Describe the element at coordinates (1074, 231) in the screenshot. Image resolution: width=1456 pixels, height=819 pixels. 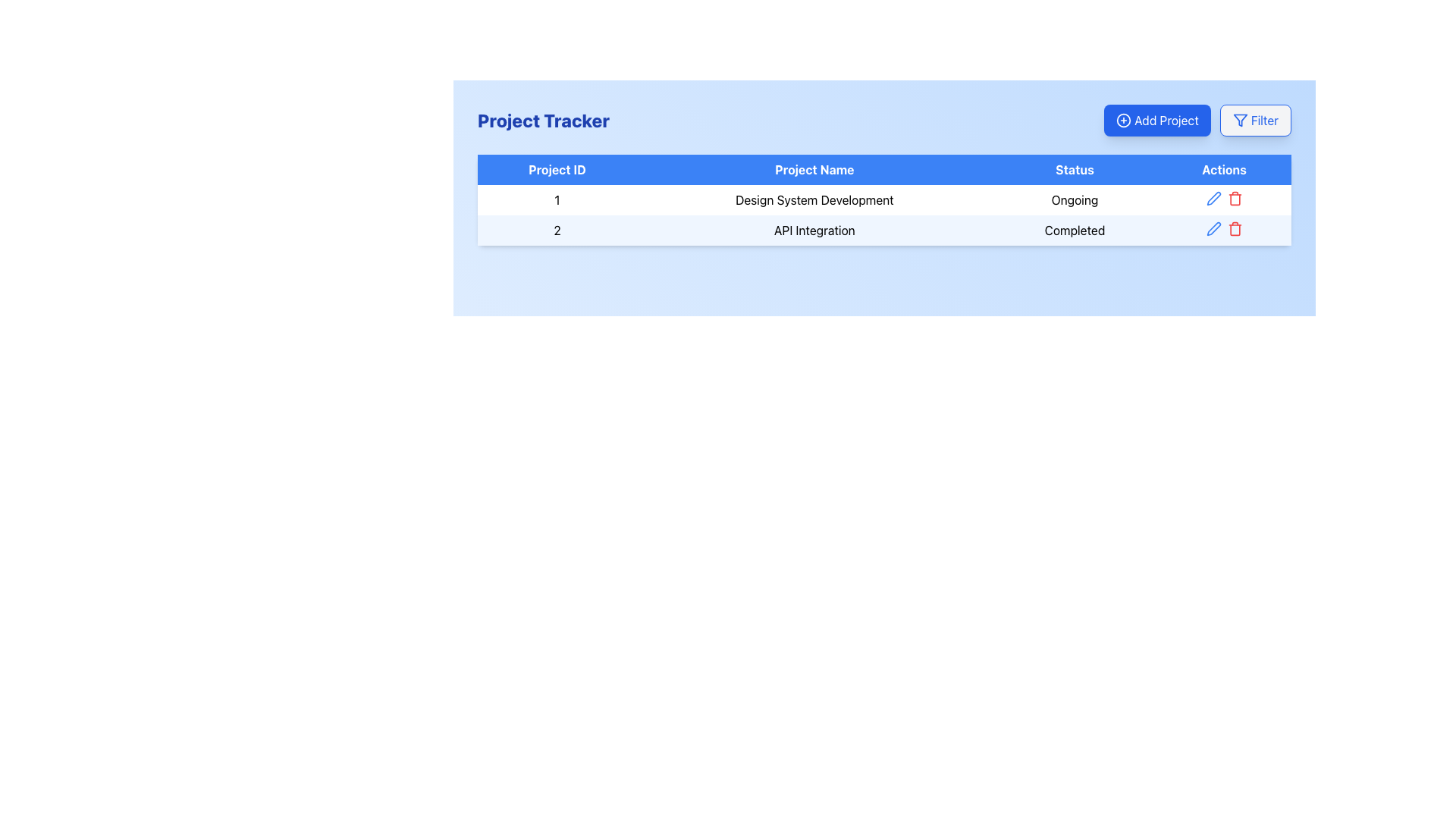
I see `the Text Cell in the second row and third column of the table that indicates the project status as completed` at that location.